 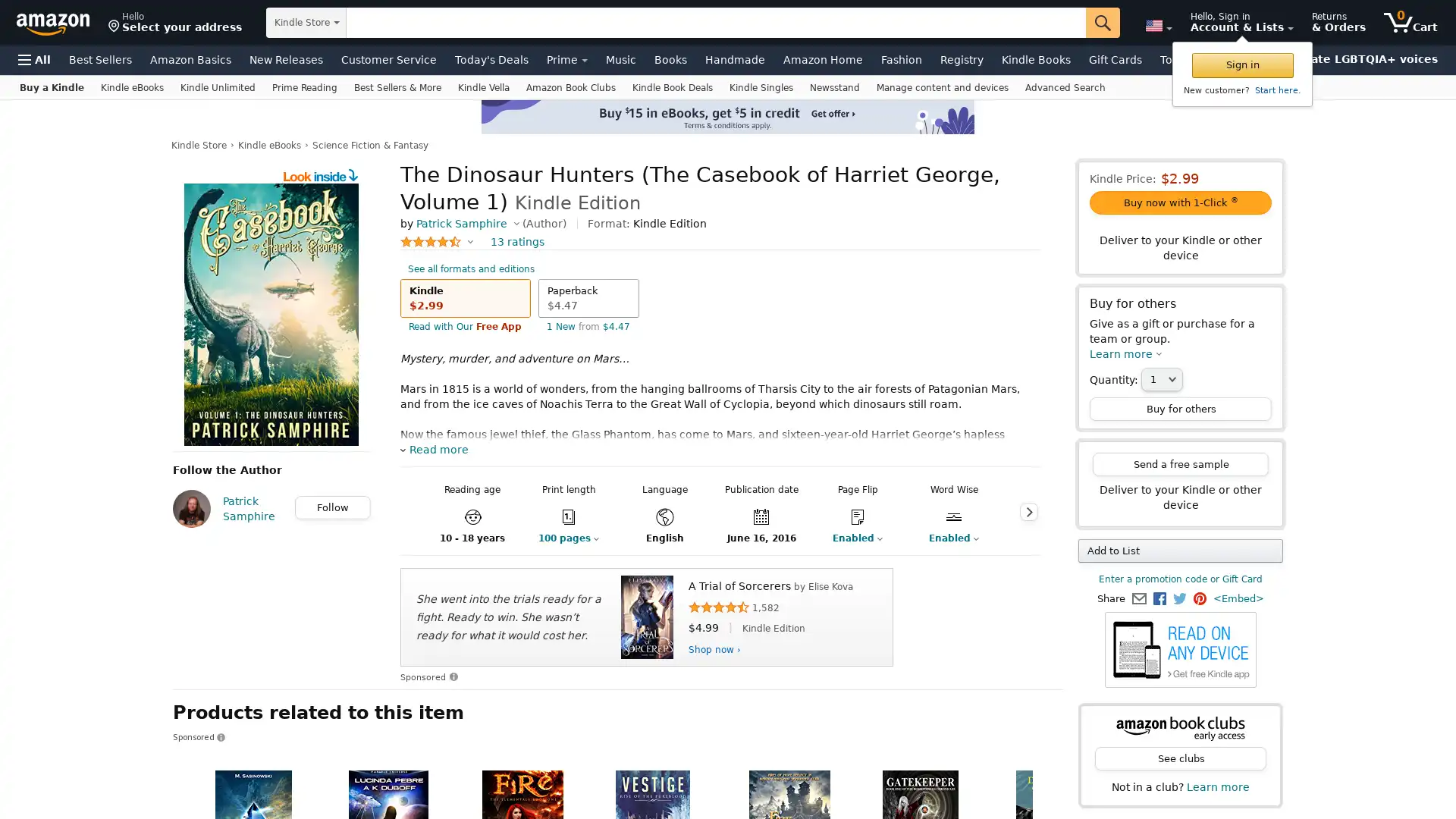 What do you see at coordinates (1125, 353) in the screenshot?
I see `Learn more` at bounding box center [1125, 353].